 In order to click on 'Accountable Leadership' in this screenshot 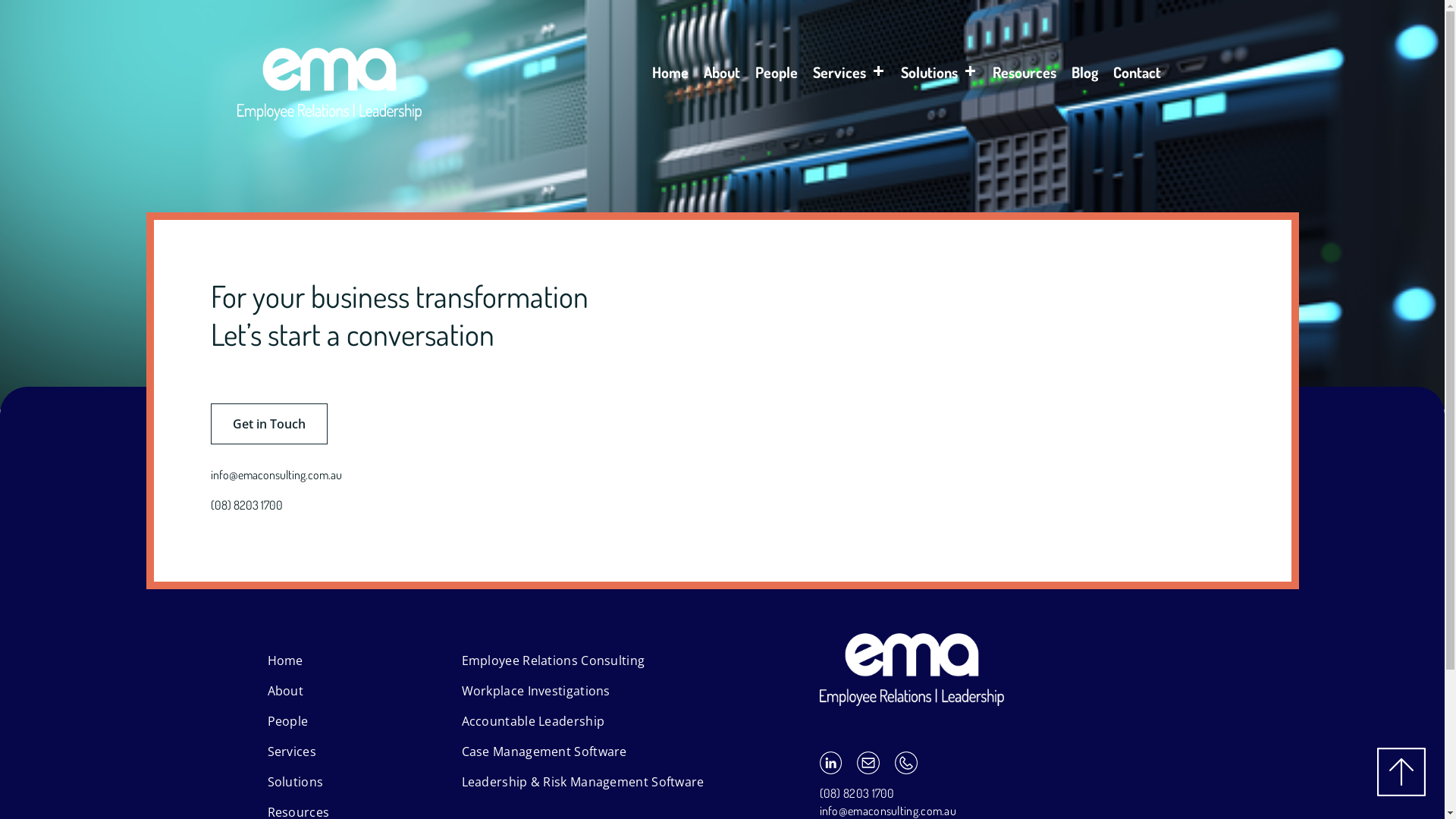, I will do `click(532, 720)`.